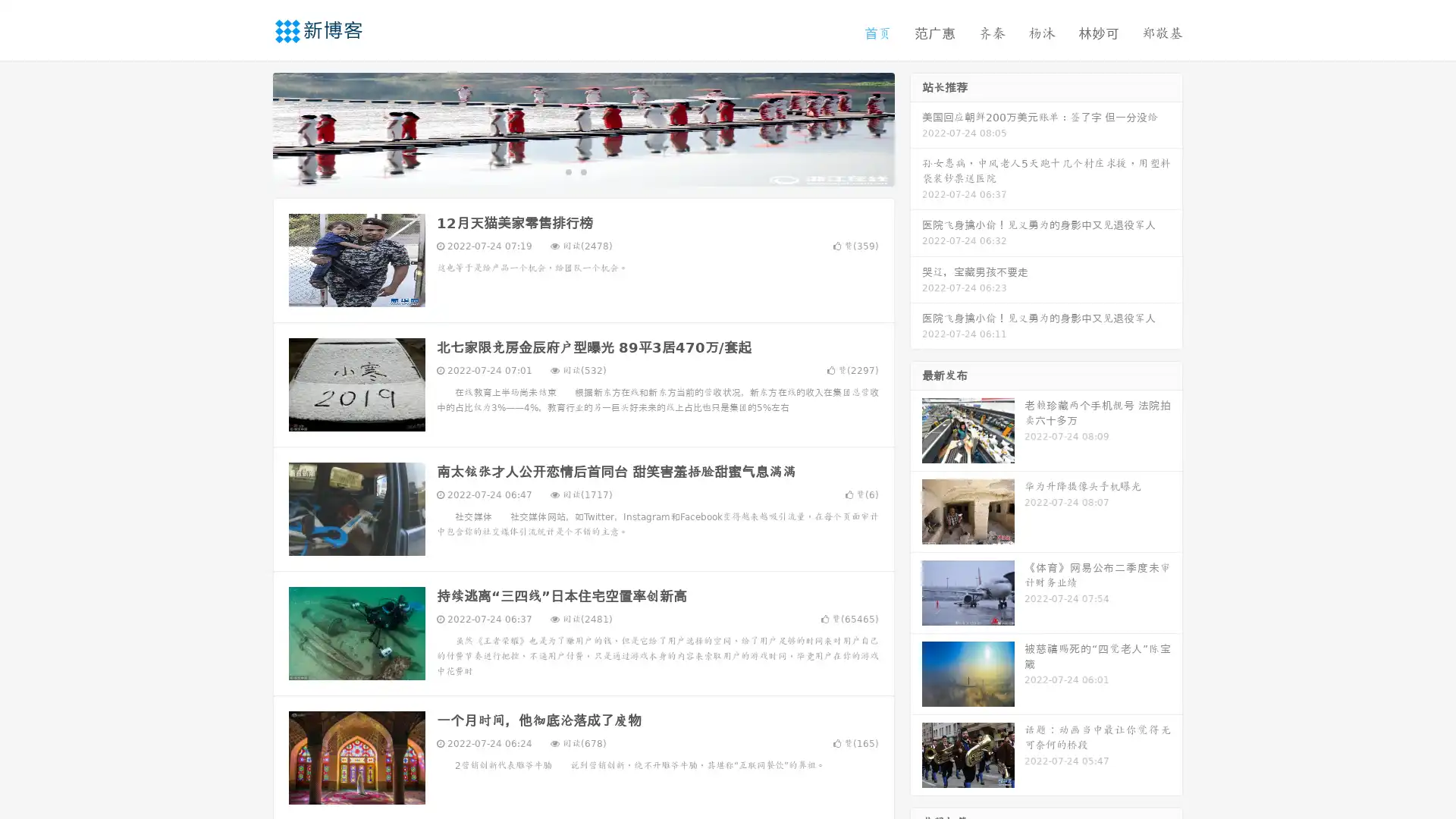 The width and height of the screenshot is (1456, 819). What do you see at coordinates (250, 127) in the screenshot?
I see `Previous slide` at bounding box center [250, 127].